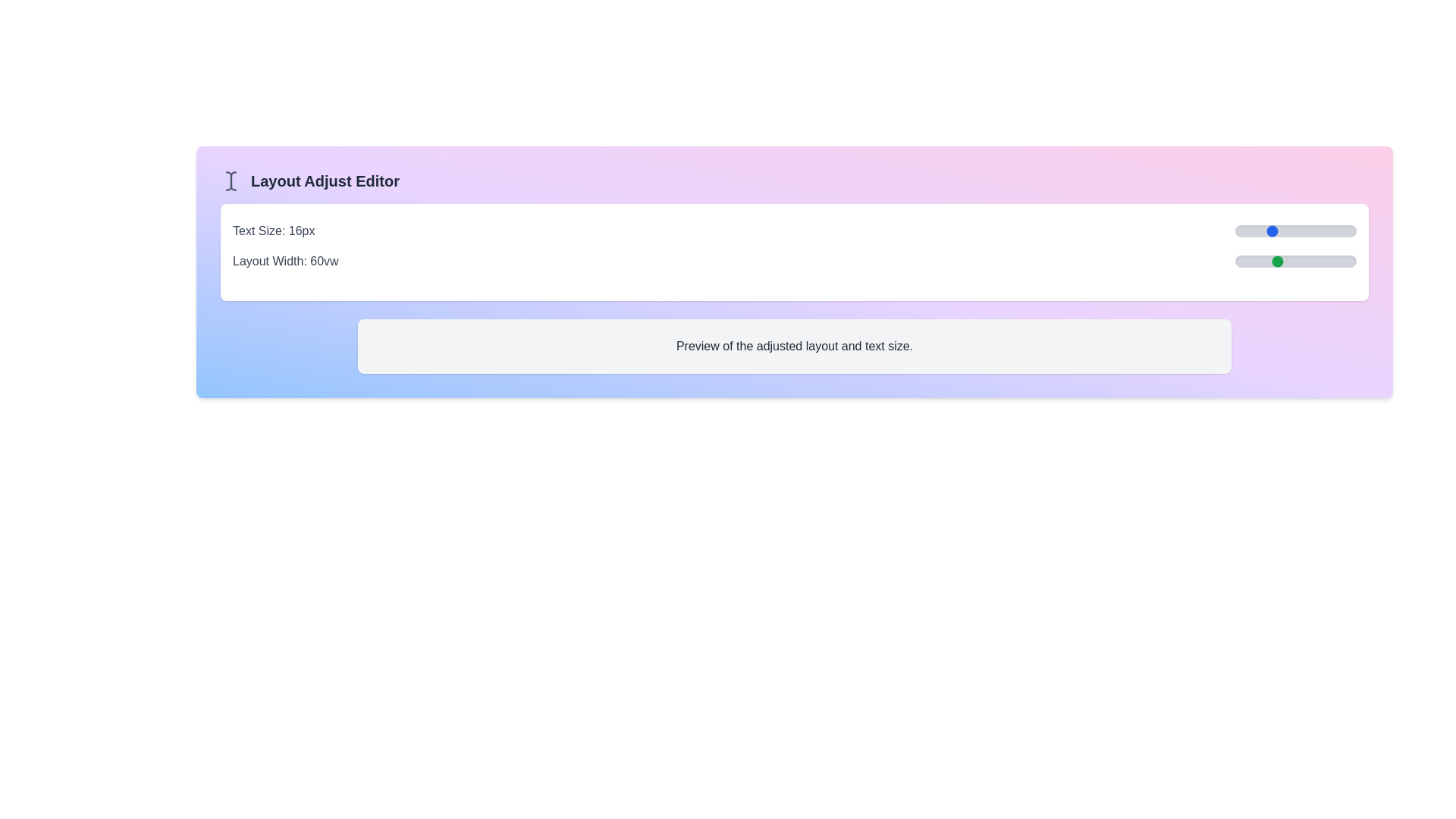 This screenshot has height=819, width=1456. Describe the element at coordinates (1316, 231) in the screenshot. I see `the text size` at that location.